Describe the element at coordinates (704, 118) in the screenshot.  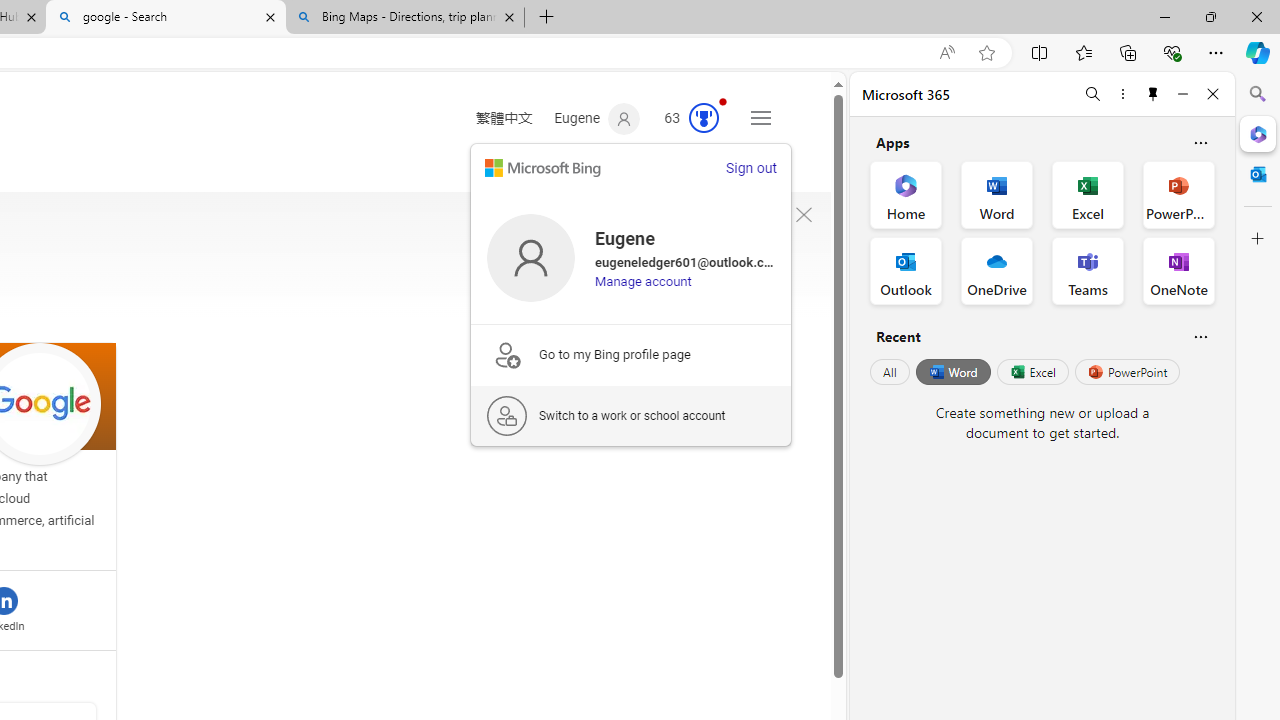
I see `'AutomationID: serp_medal_svg'` at that location.